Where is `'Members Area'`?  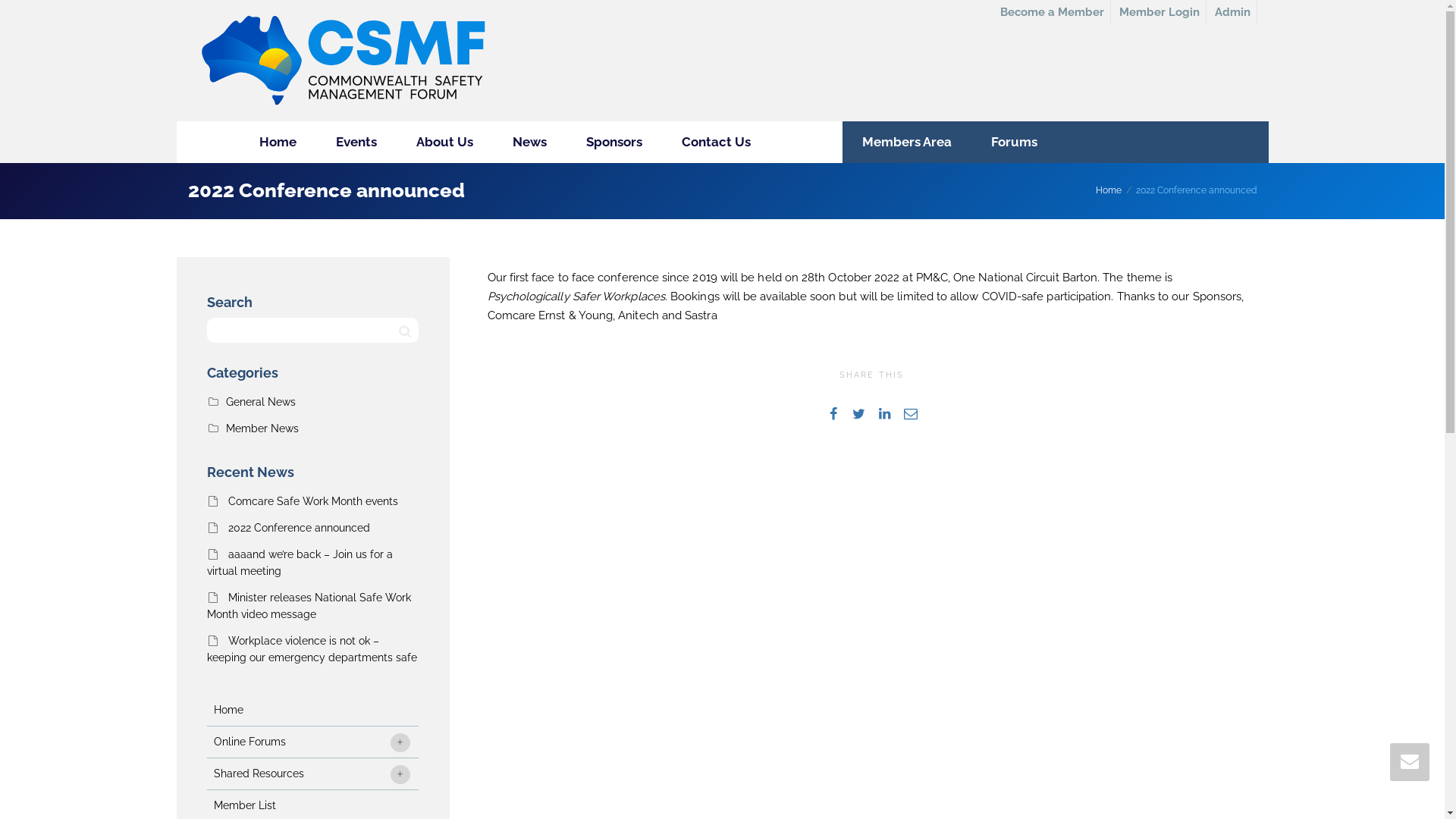 'Members Area' is located at coordinates (906, 142).